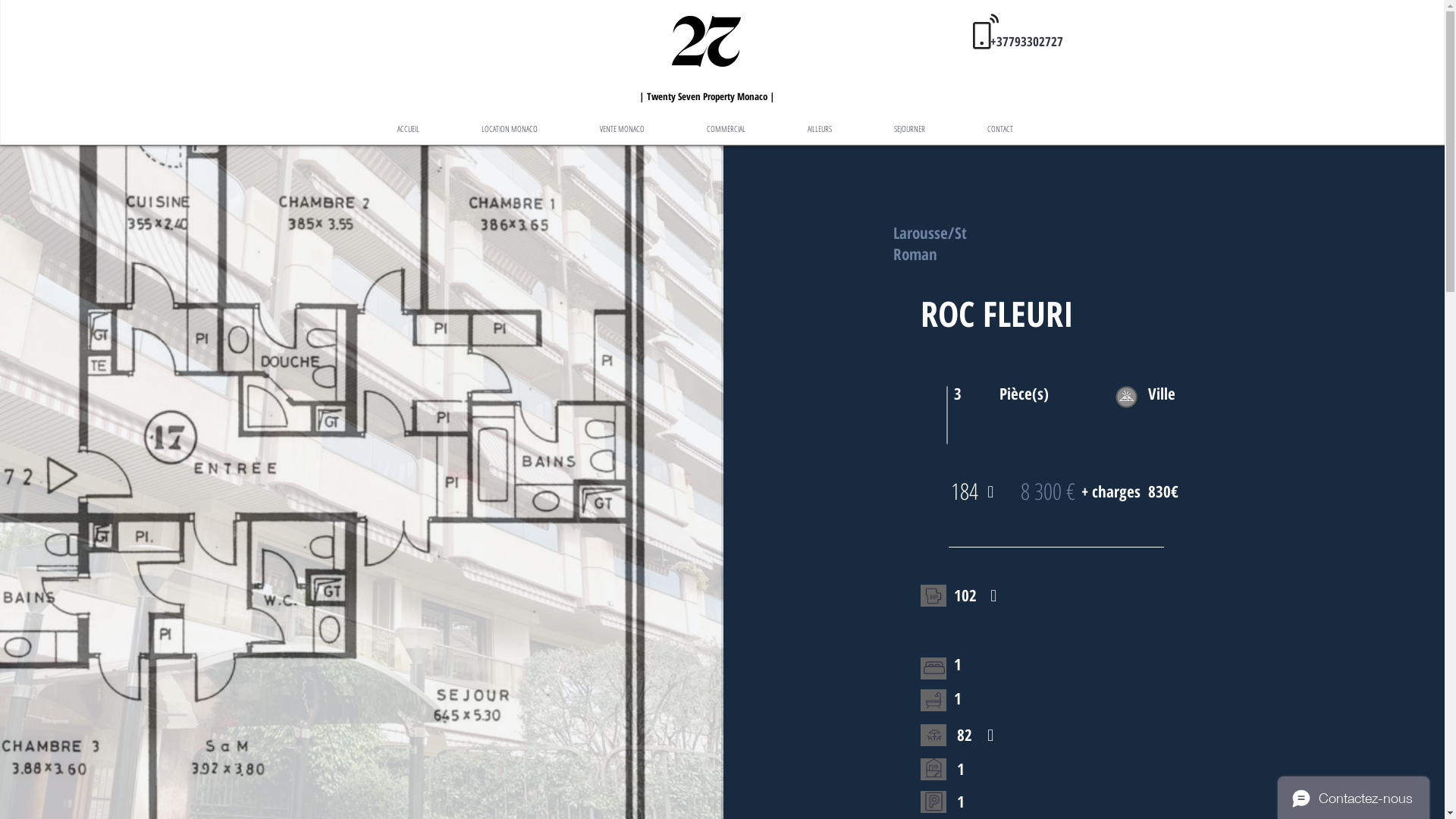 The width and height of the screenshot is (1456, 819). Describe the element at coordinates (706, 94) in the screenshot. I see `'| Twenty Seven Property Monaco |'` at that location.